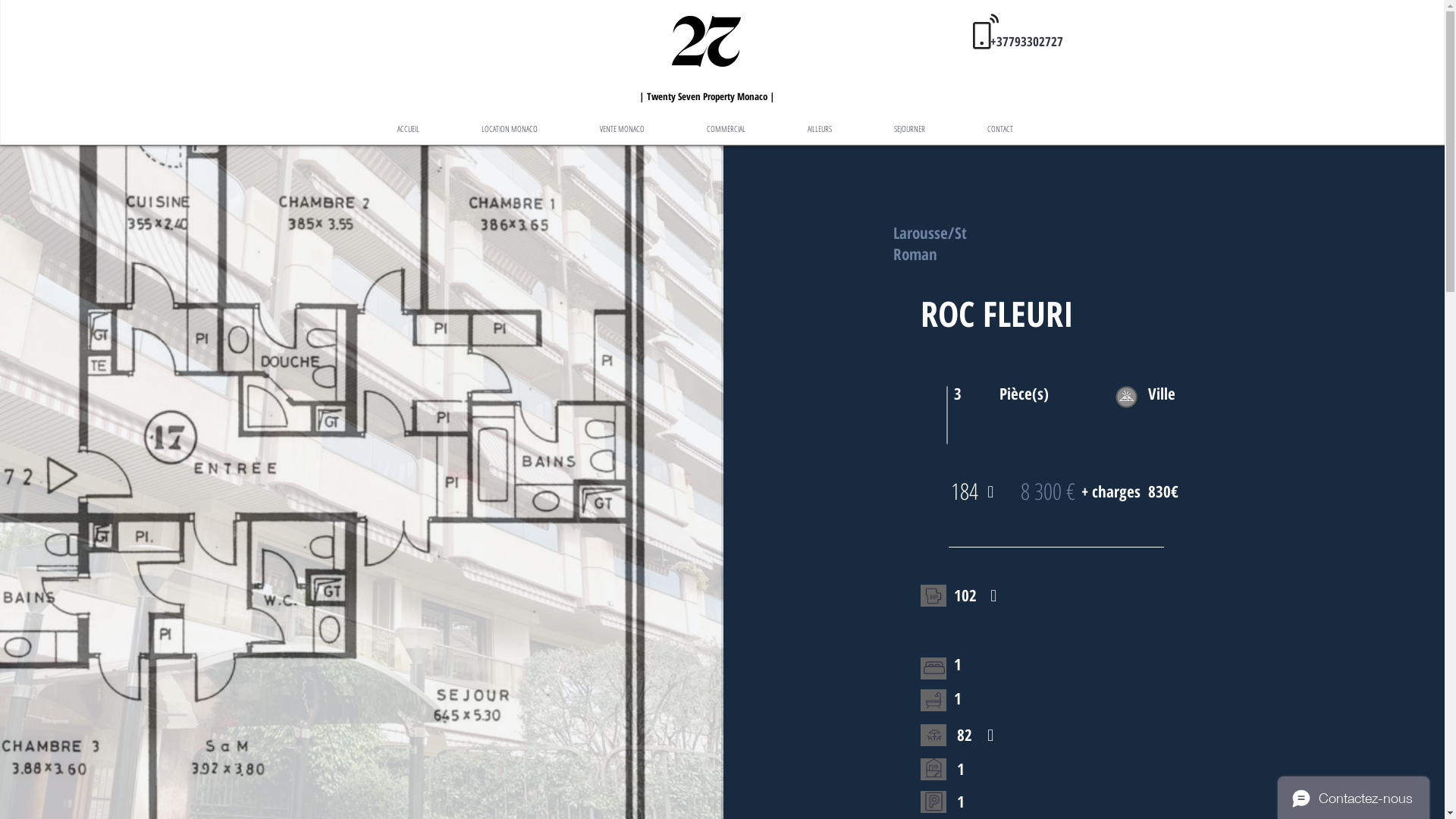 The width and height of the screenshot is (1456, 819). Describe the element at coordinates (706, 94) in the screenshot. I see `'| Twenty Seven Property Monaco |'` at that location.